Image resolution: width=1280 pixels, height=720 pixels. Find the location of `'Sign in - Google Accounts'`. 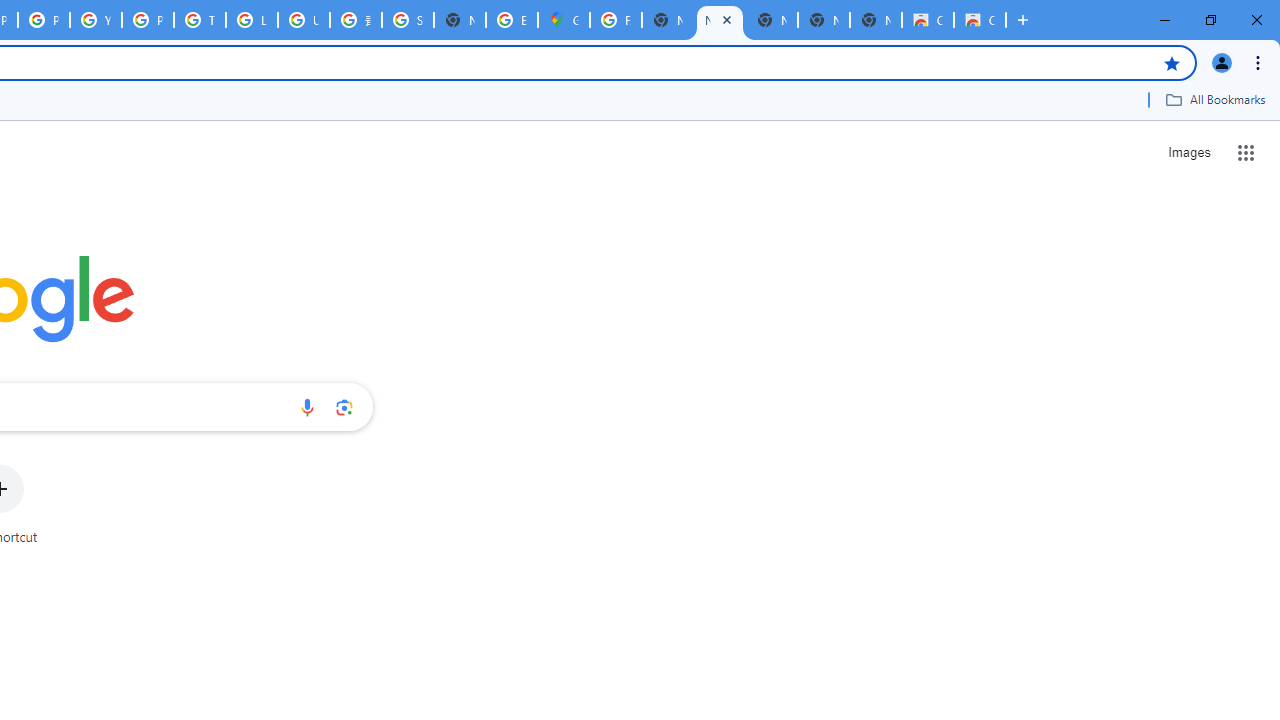

'Sign in - Google Accounts' is located at coordinates (406, 20).